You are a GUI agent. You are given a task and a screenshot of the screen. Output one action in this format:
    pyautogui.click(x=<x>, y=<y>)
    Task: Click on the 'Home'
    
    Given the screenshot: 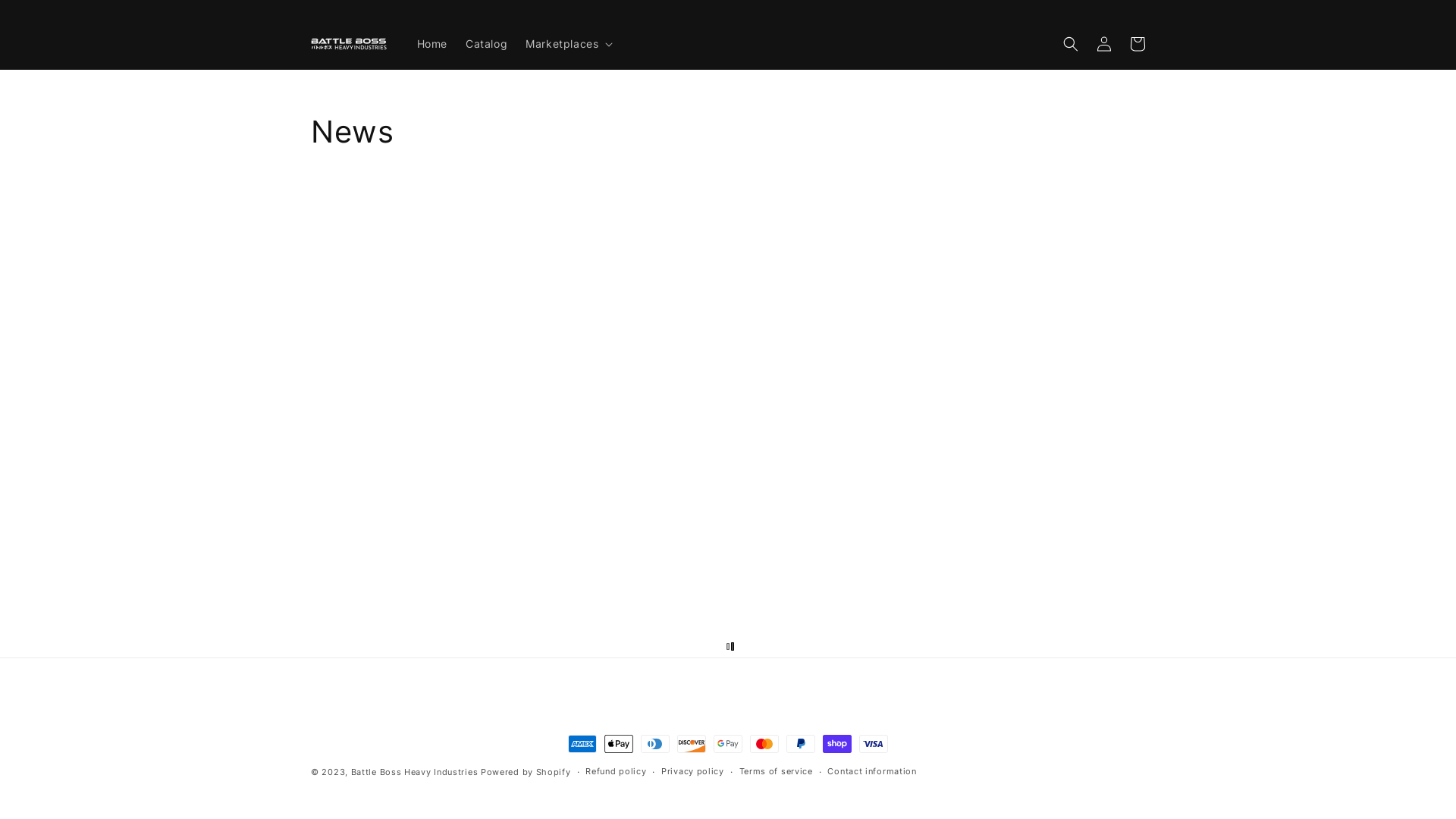 What is the action you would take?
    pyautogui.click(x=431, y=42)
    